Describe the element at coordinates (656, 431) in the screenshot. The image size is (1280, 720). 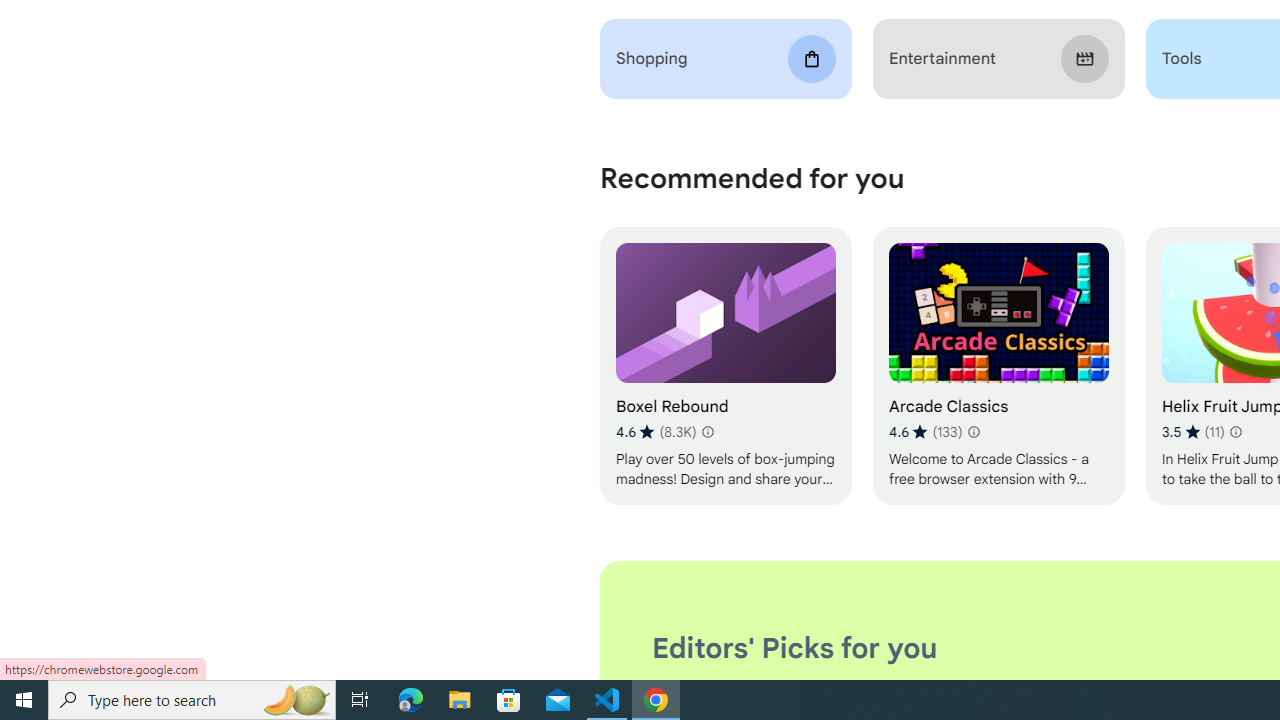
I see `'Average rating 4.6 out of 5 stars. 8.3K ratings.'` at that location.